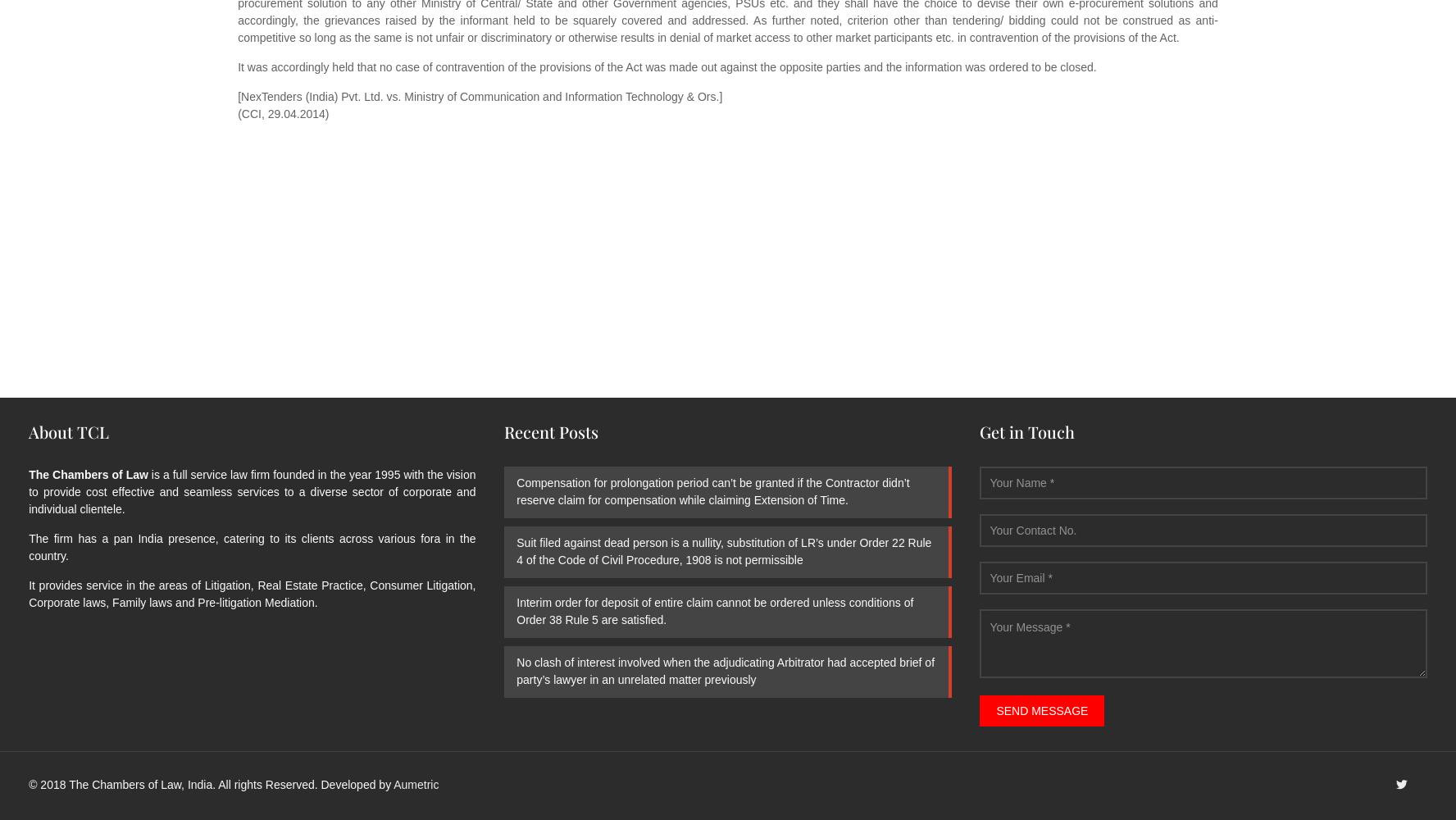 The image size is (1456, 820). I want to click on 'No clash of interest involved when the adjudicating Arbitrator had accepted brief of party’s lawyer in an unrelated matter previously', so click(725, 670).